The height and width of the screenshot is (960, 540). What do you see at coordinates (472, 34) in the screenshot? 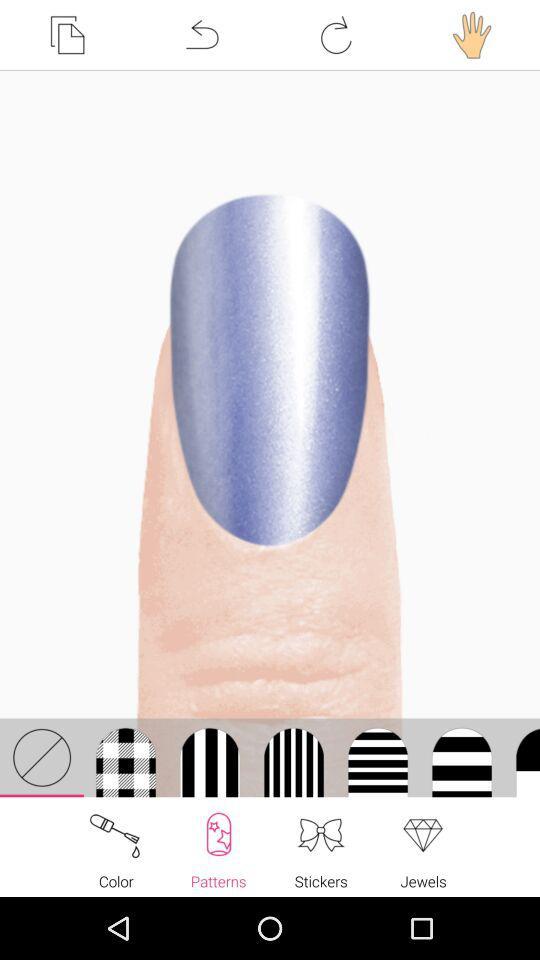
I see `the icon at the top right corner` at bounding box center [472, 34].